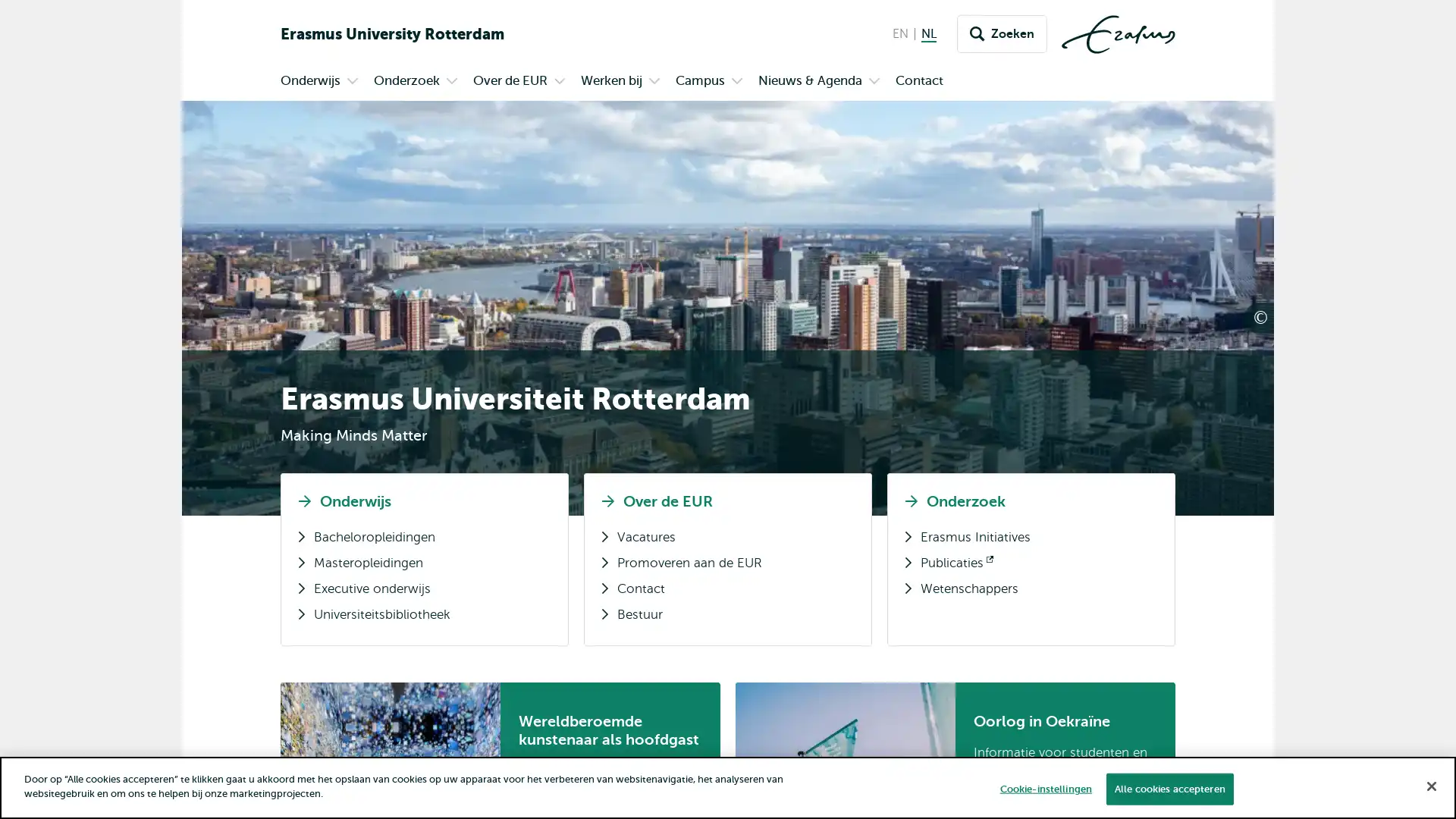  What do you see at coordinates (1319, 318) in the screenshot?
I see `Pascal Striebel` at bounding box center [1319, 318].